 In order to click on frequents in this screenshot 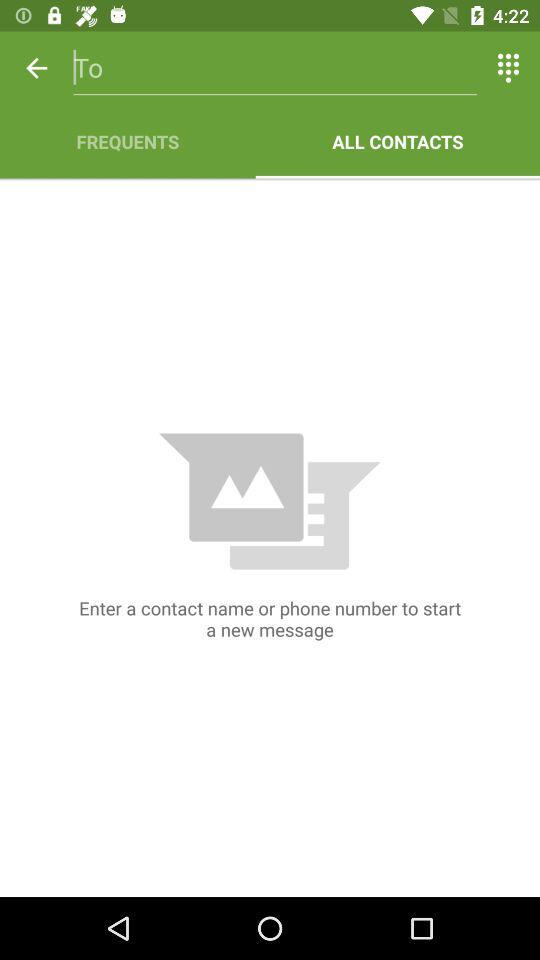, I will do `click(127, 140)`.